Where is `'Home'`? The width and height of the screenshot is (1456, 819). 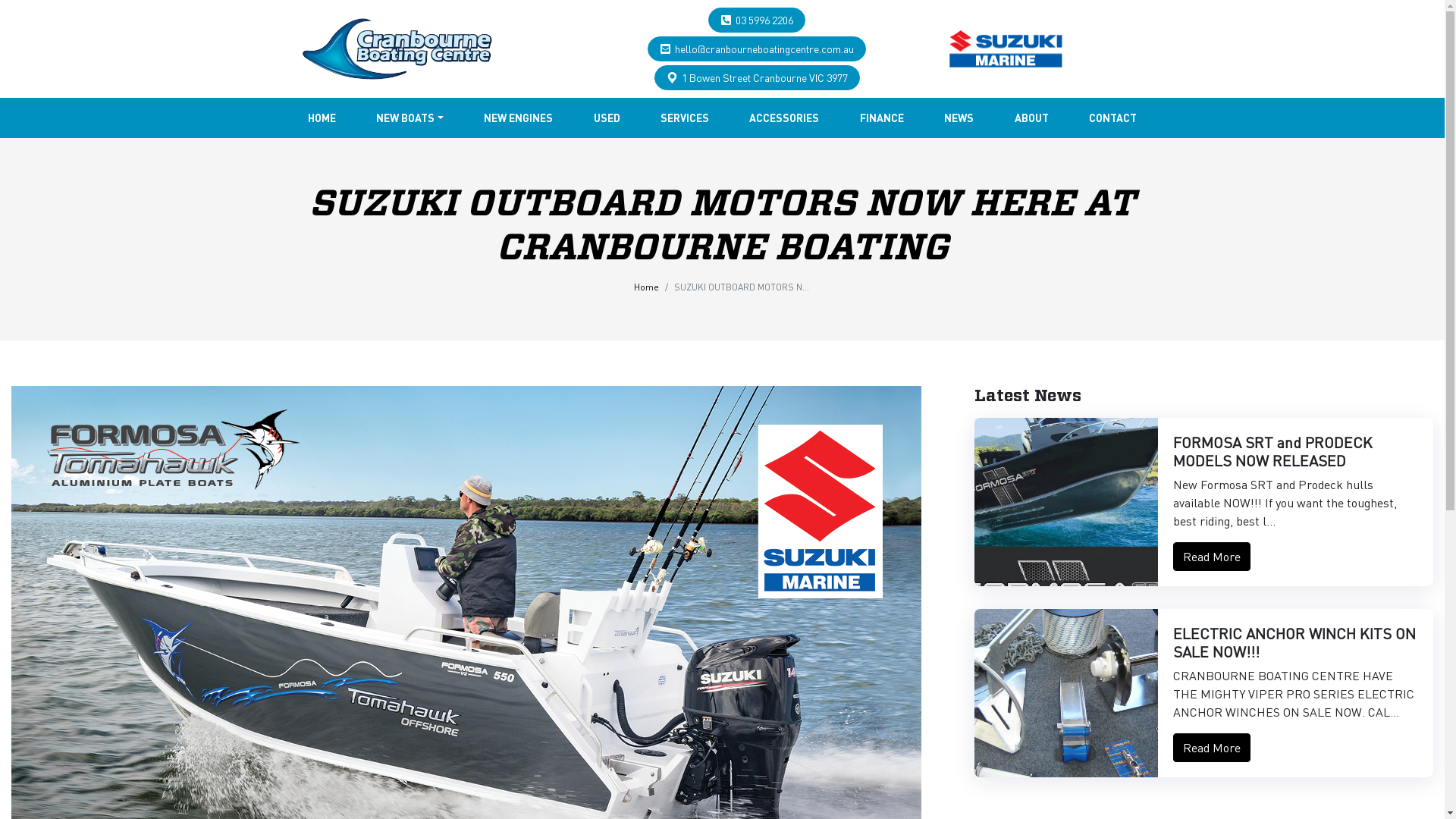 'Home' is located at coordinates (646, 287).